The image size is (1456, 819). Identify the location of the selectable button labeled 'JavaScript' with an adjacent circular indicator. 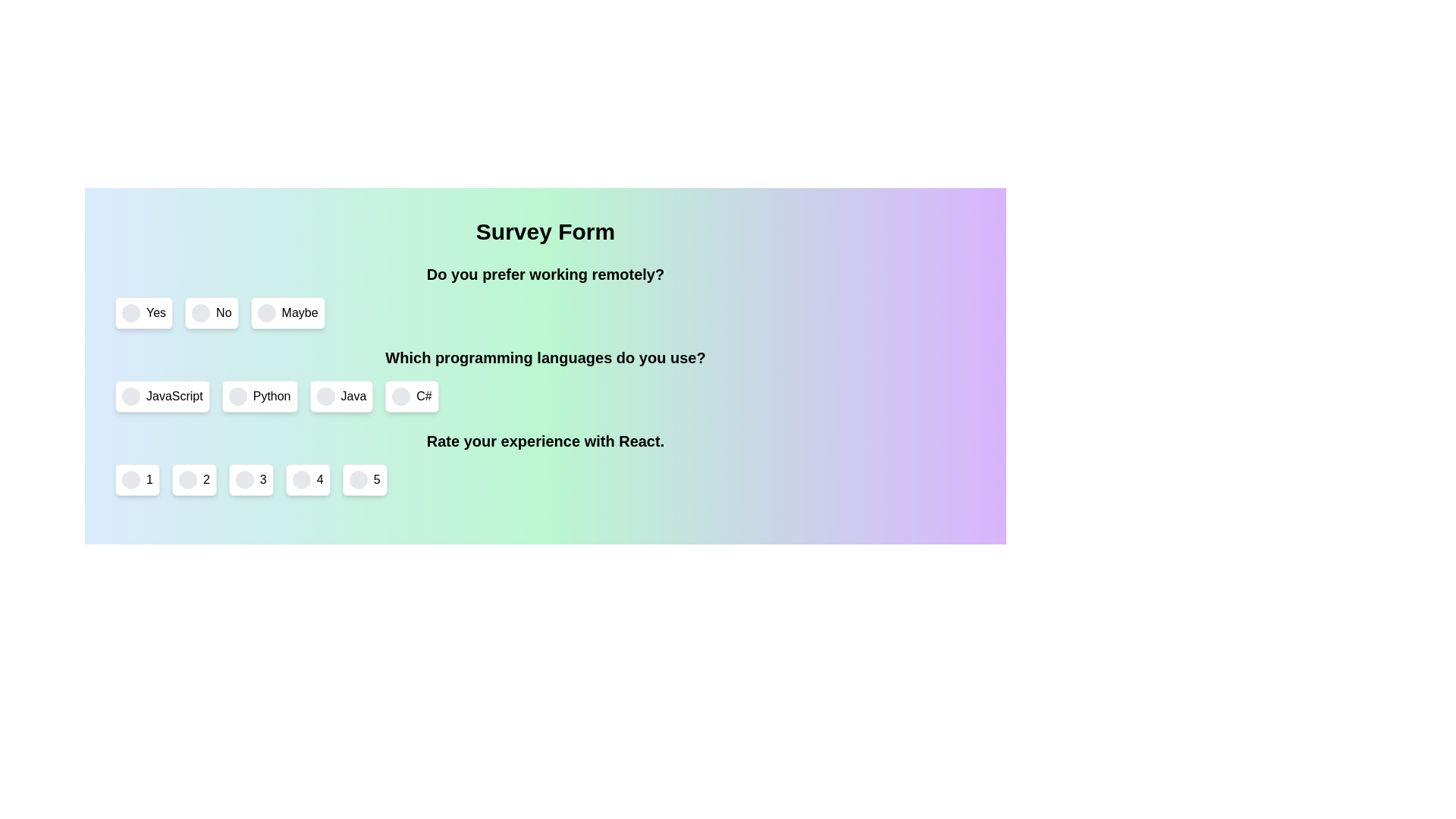
(162, 396).